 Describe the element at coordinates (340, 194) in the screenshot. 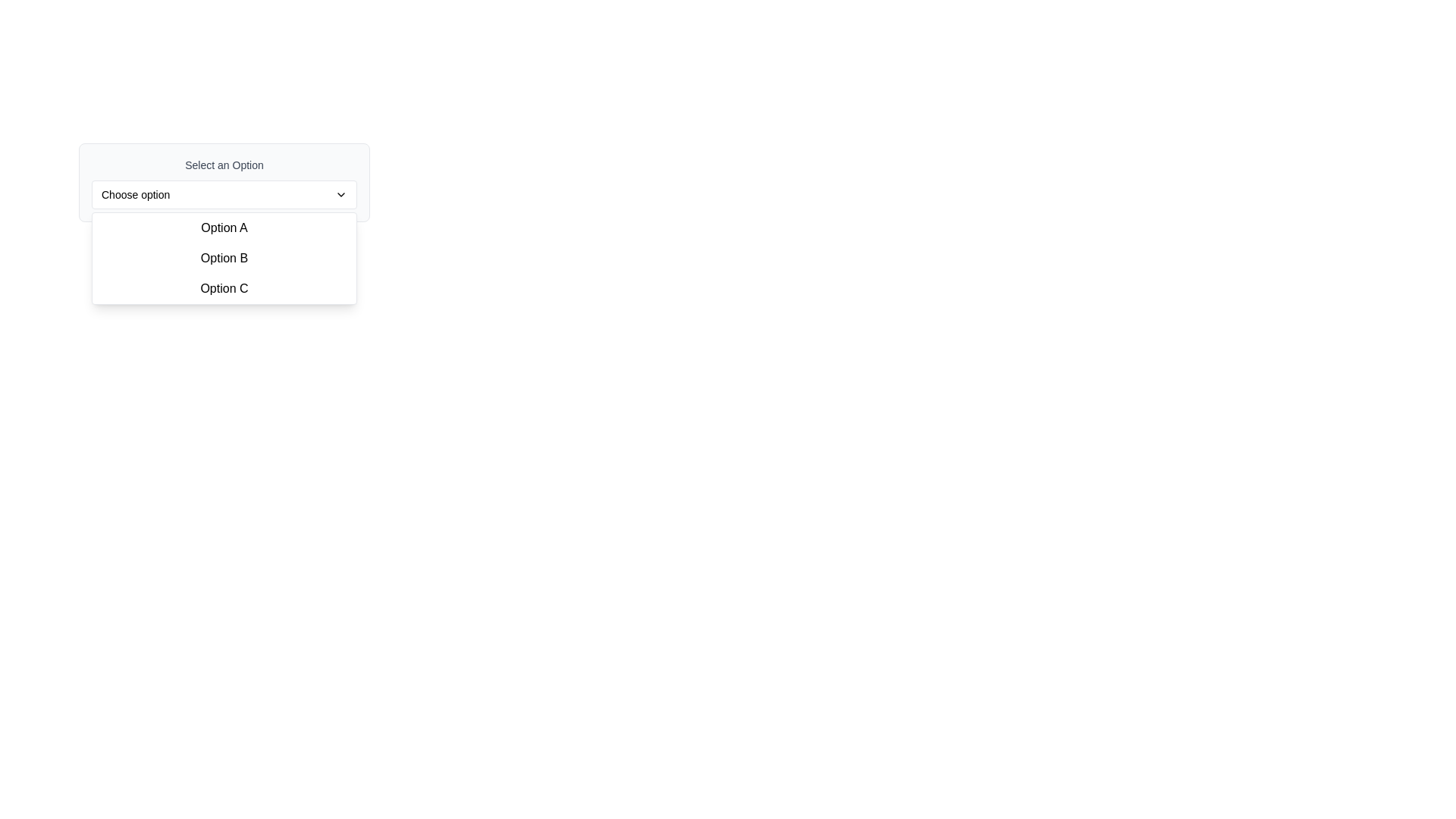

I see `the chevron icon located at the center-right of the dropdown component` at that location.